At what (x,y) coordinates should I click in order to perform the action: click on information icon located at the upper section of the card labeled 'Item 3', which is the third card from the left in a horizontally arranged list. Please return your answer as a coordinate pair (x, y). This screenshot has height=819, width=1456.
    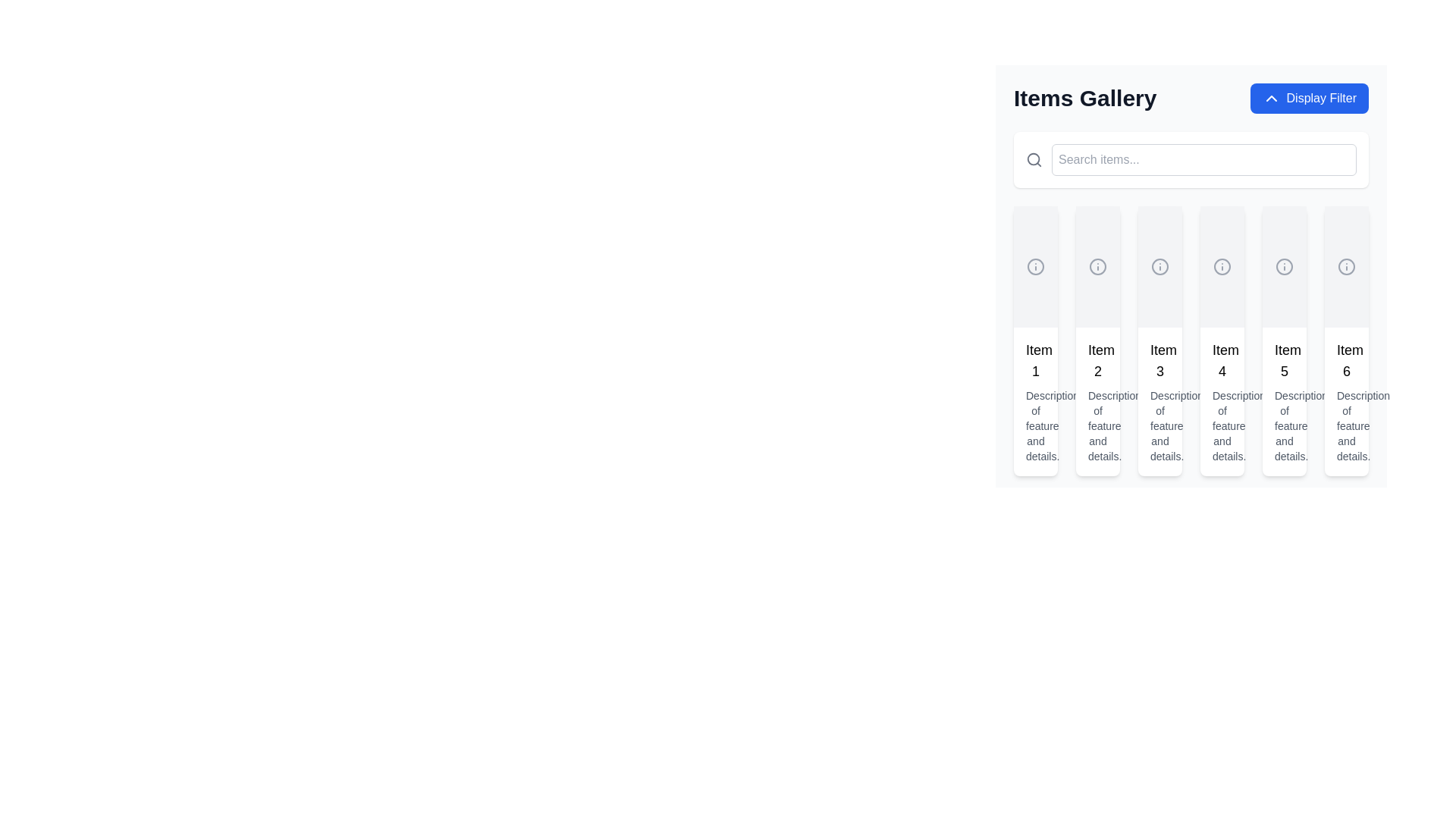
    Looking at the image, I should click on (1159, 265).